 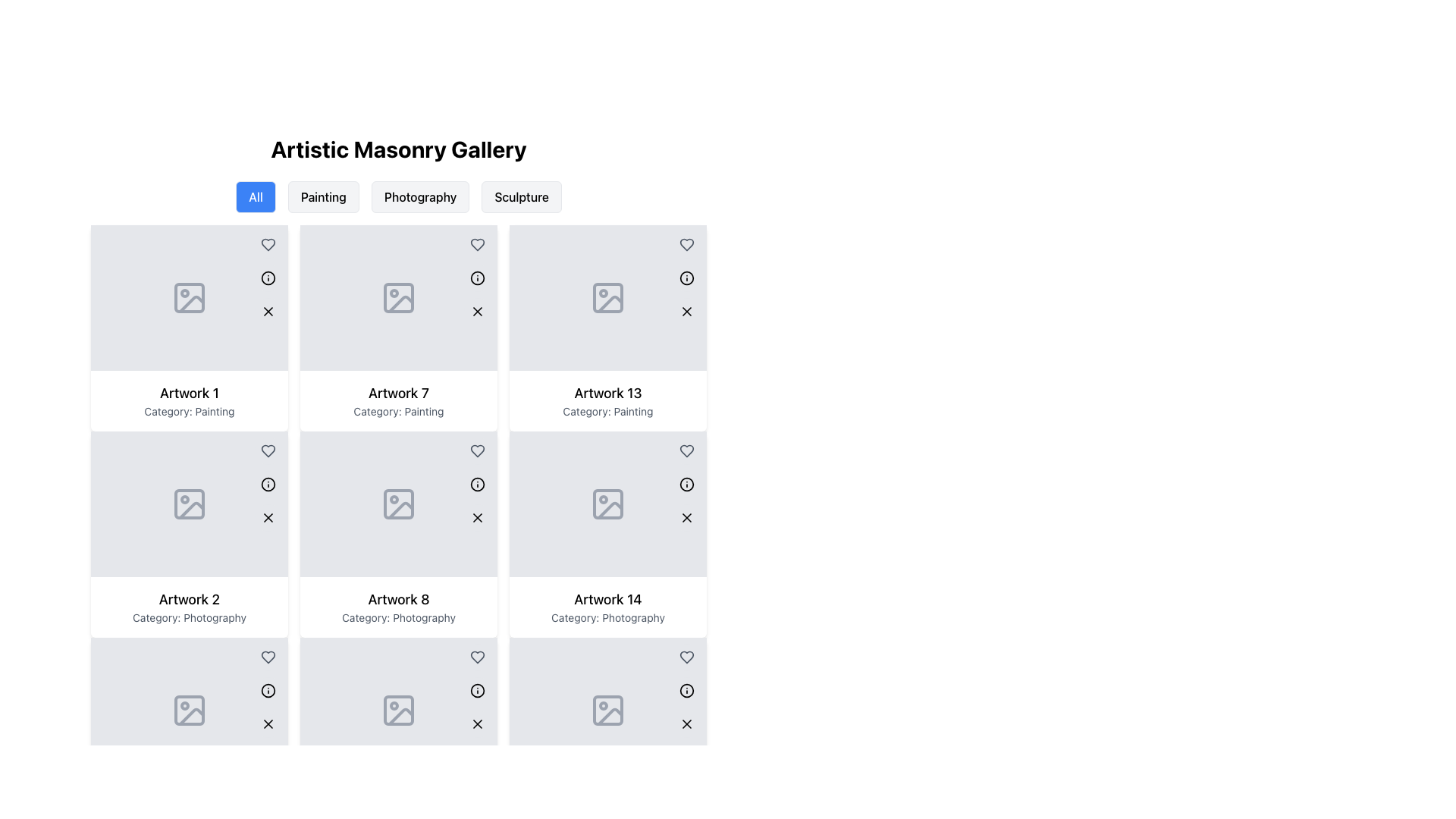 What do you see at coordinates (476, 516) in the screenshot?
I see `the close button located at the top-right corner of the 'Artwork 8' card in the grid layout` at bounding box center [476, 516].